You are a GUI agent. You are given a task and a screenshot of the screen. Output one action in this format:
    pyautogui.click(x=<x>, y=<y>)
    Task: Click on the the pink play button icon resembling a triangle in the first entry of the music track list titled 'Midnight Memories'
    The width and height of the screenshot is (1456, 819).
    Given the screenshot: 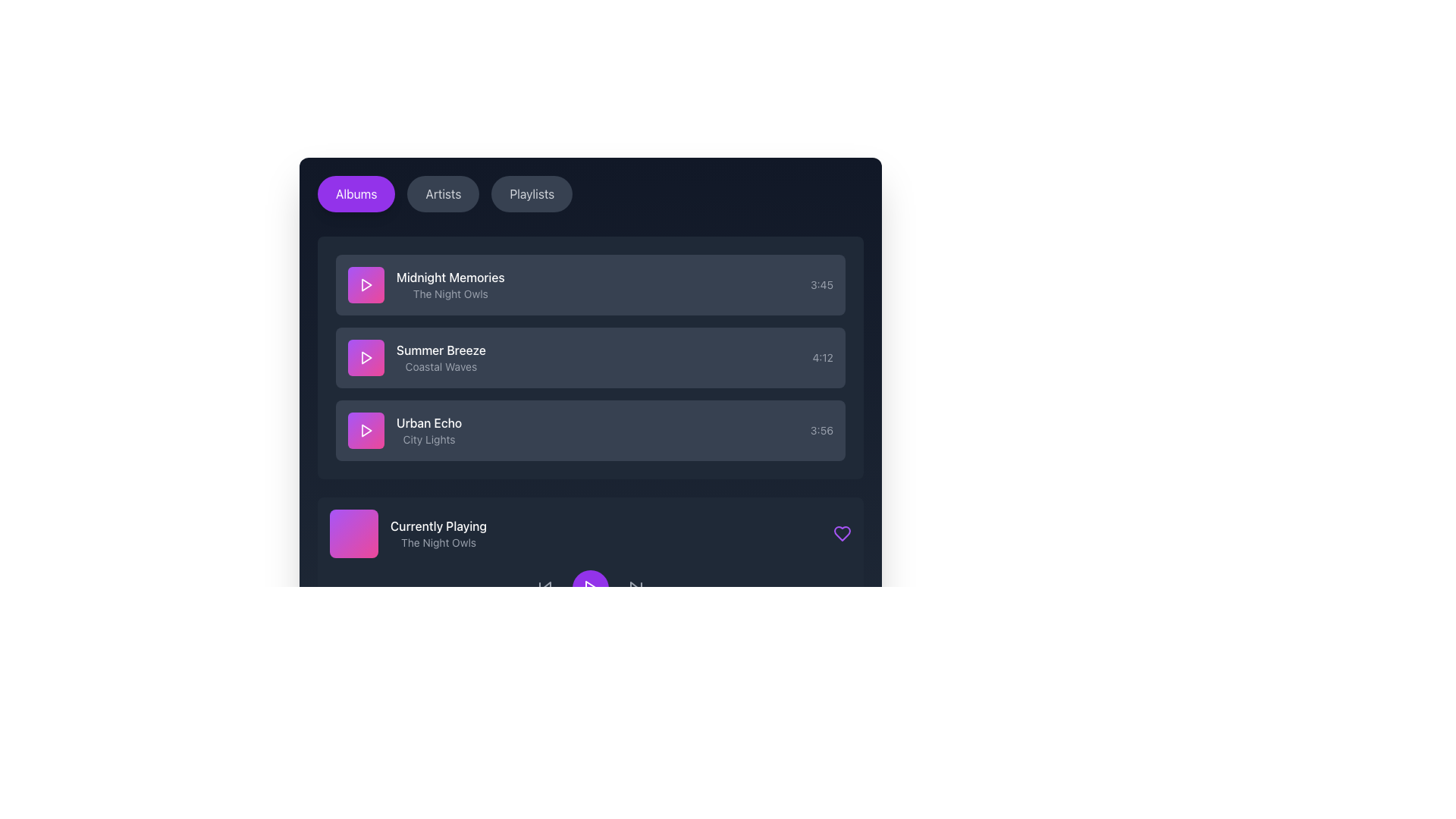 What is the action you would take?
    pyautogui.click(x=366, y=284)
    